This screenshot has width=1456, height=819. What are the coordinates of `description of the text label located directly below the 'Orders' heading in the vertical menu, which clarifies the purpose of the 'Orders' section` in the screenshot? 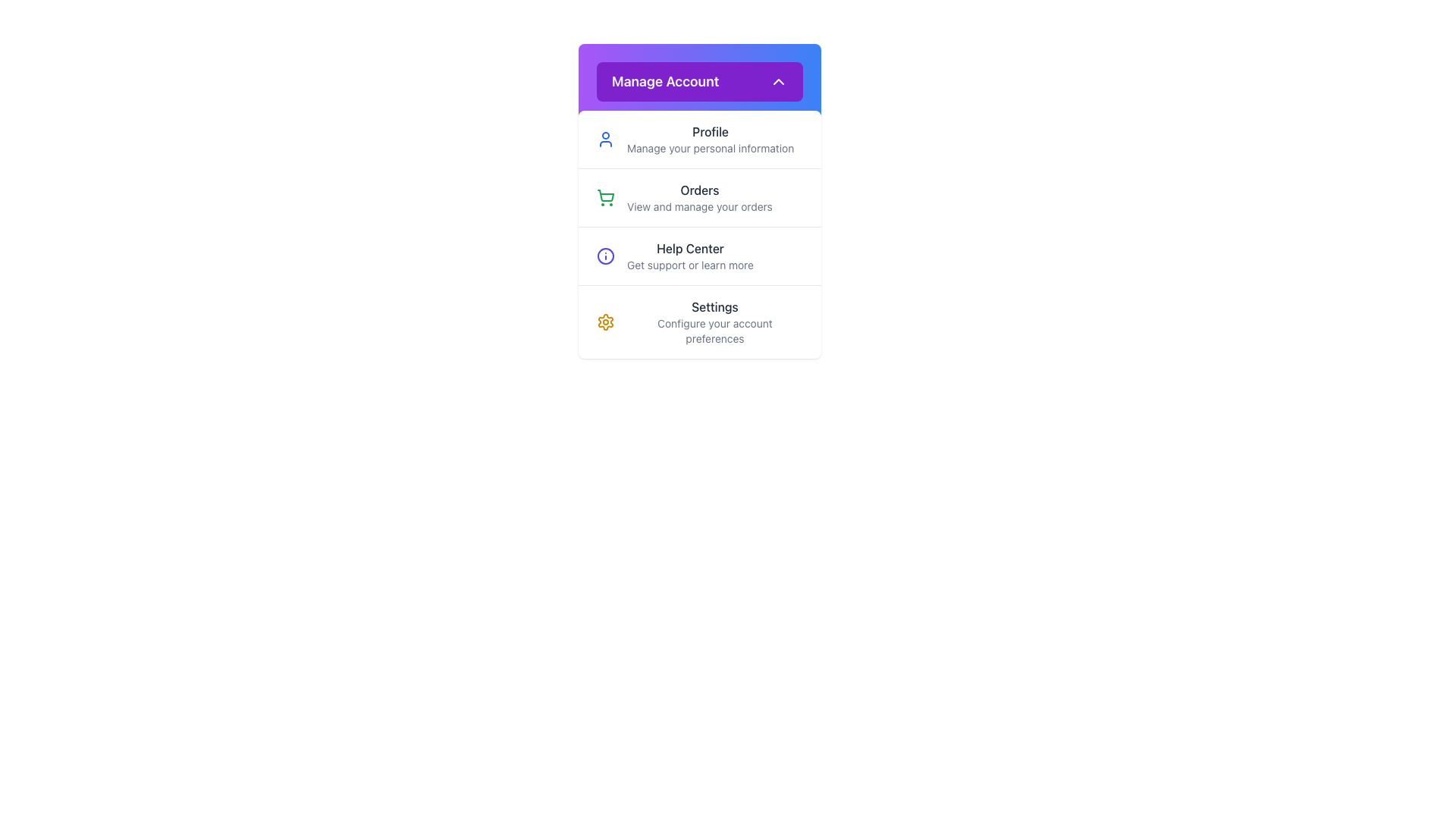 It's located at (698, 207).